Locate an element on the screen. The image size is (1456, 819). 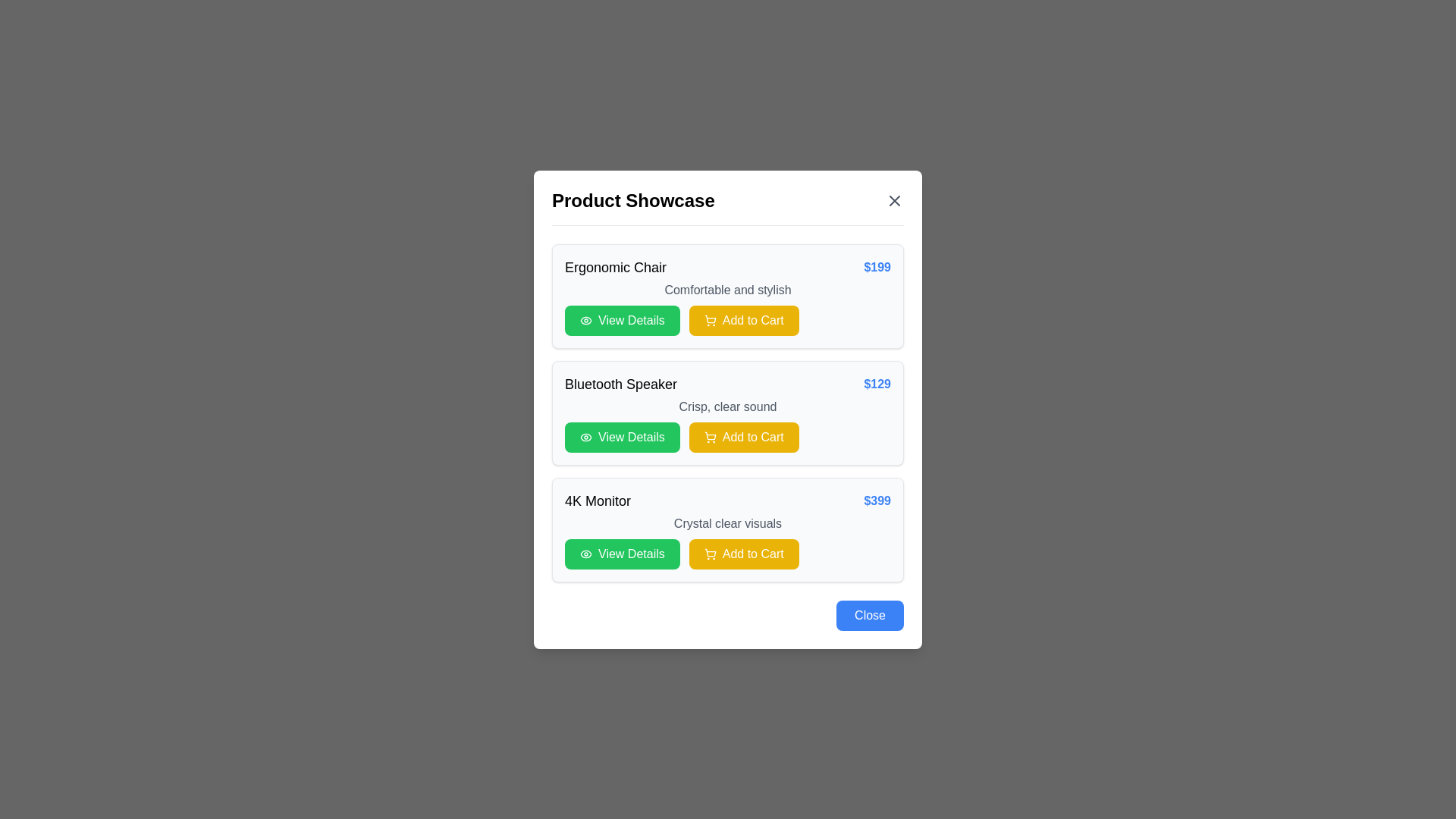
the 'Ergonomic Chair' text label, which serves as the main title of the first product item in the modal is located at coordinates (615, 266).